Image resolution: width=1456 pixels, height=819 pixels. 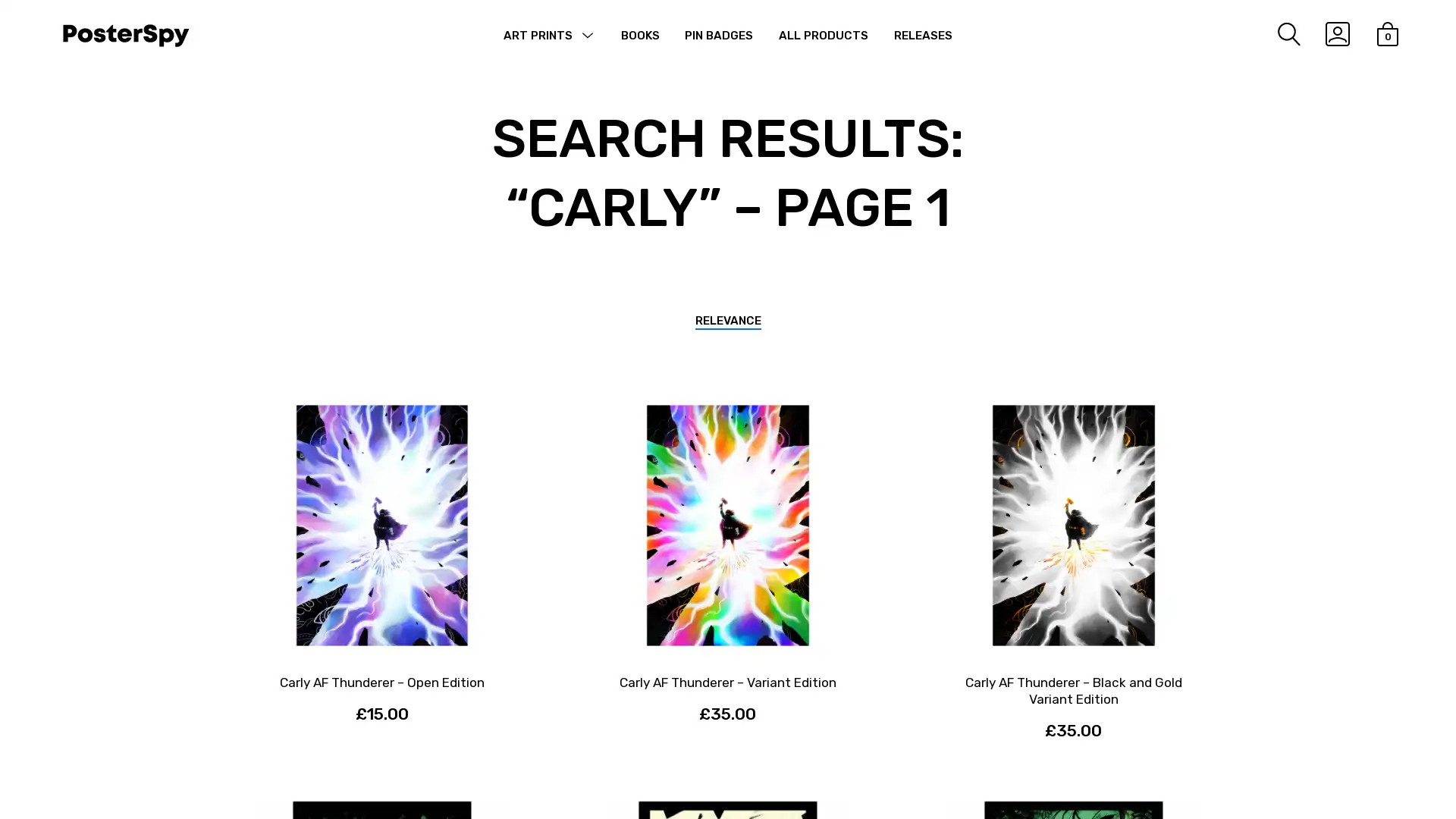 What do you see at coordinates (1376, 34) in the screenshot?
I see `MINICART TOGGLE 0` at bounding box center [1376, 34].